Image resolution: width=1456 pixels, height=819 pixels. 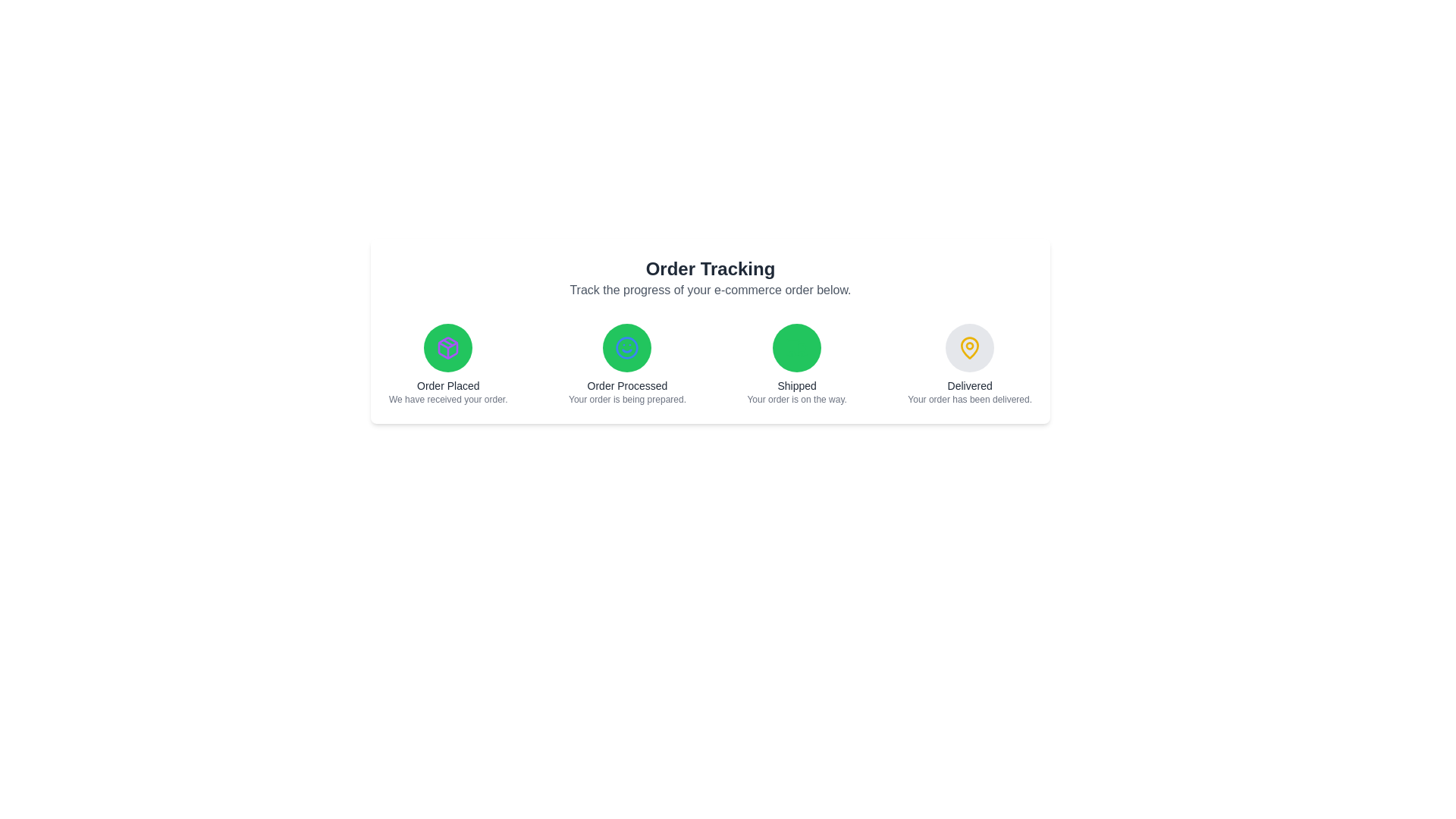 I want to click on the central circular SVG element representing the smile icon in the 'Order Processed' progress indicator, so click(x=627, y=348).